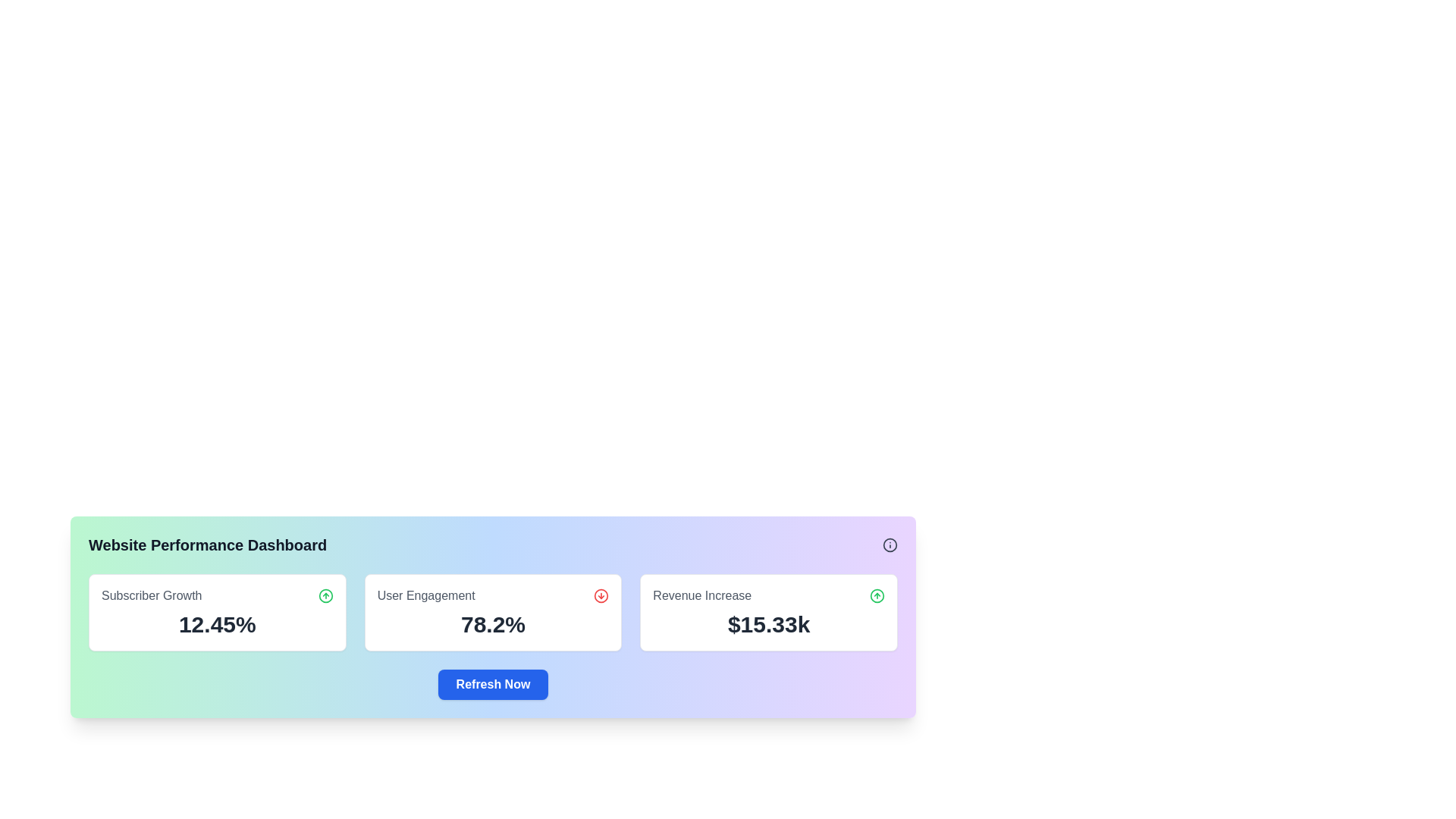 The image size is (1456, 819). What do you see at coordinates (769, 611) in the screenshot?
I see `the Informational card that displays performance data related to revenue increase, which is the third and rightmost box in a three-column grid layout` at bounding box center [769, 611].